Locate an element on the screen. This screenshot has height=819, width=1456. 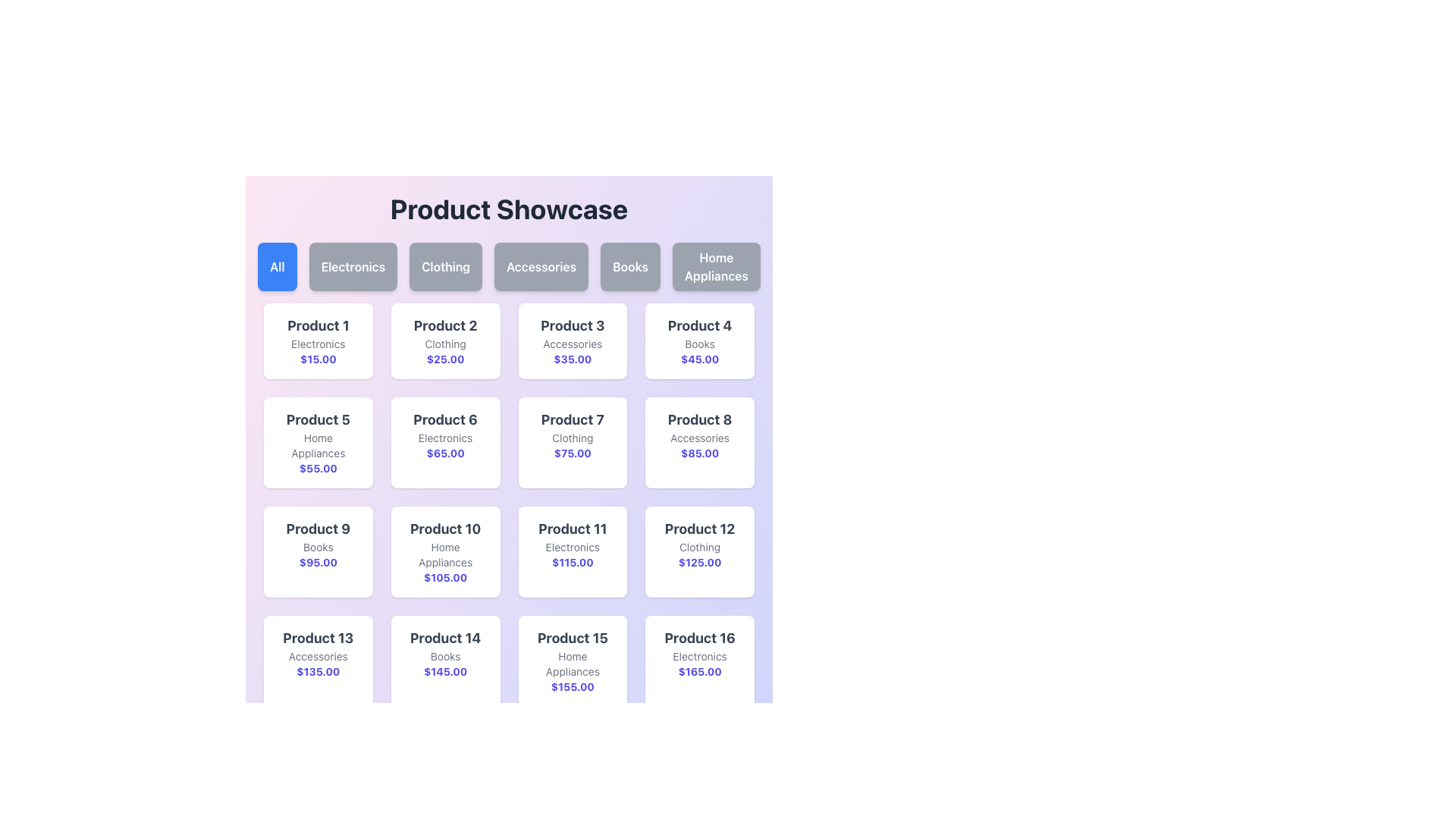
the card displaying 'Product 2' which has rounded corners, a shadow effect, and a white background, showing the product name in bold gray text, category in lighter gray, and price in bold indigo color is located at coordinates (444, 341).